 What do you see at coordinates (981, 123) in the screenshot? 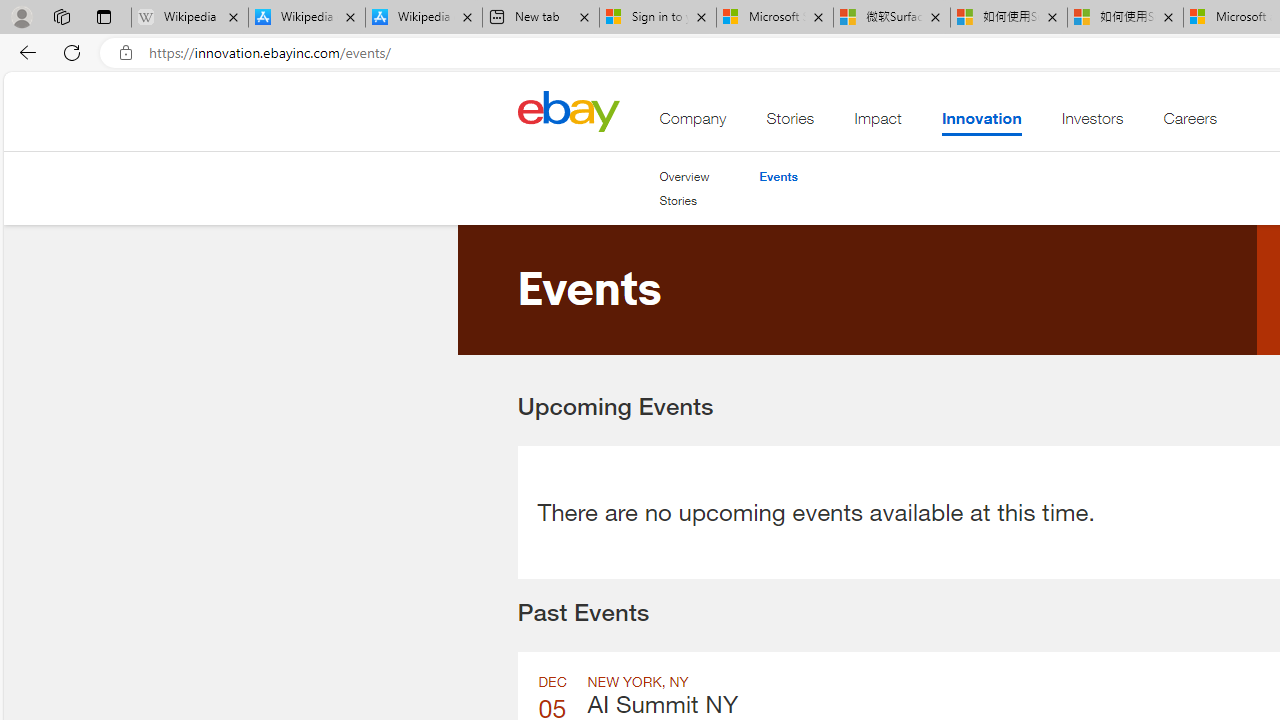
I see `'Innovation . This is the current section.'` at bounding box center [981, 123].